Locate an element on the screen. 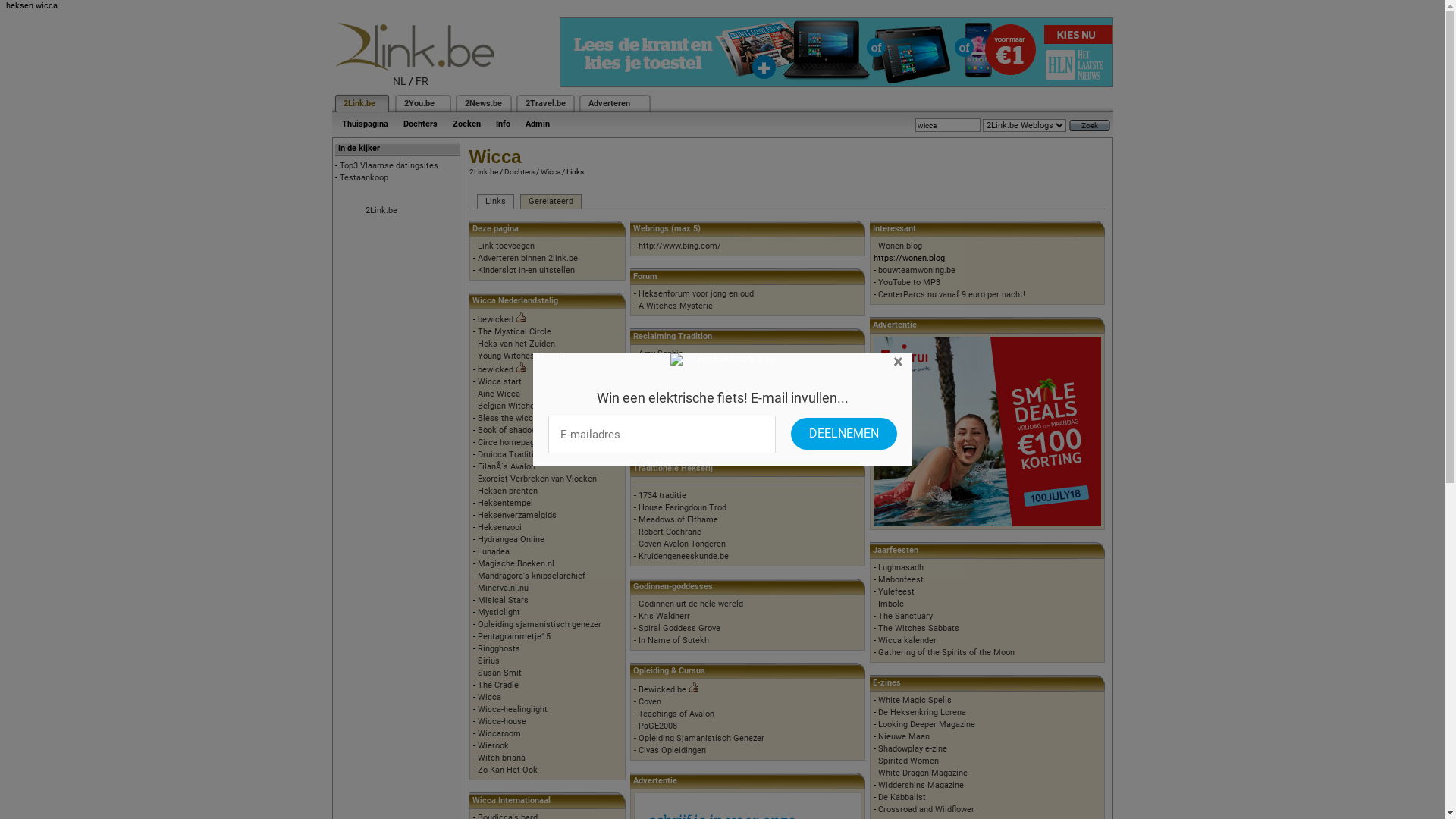  'Wierook' is located at coordinates (476, 745).